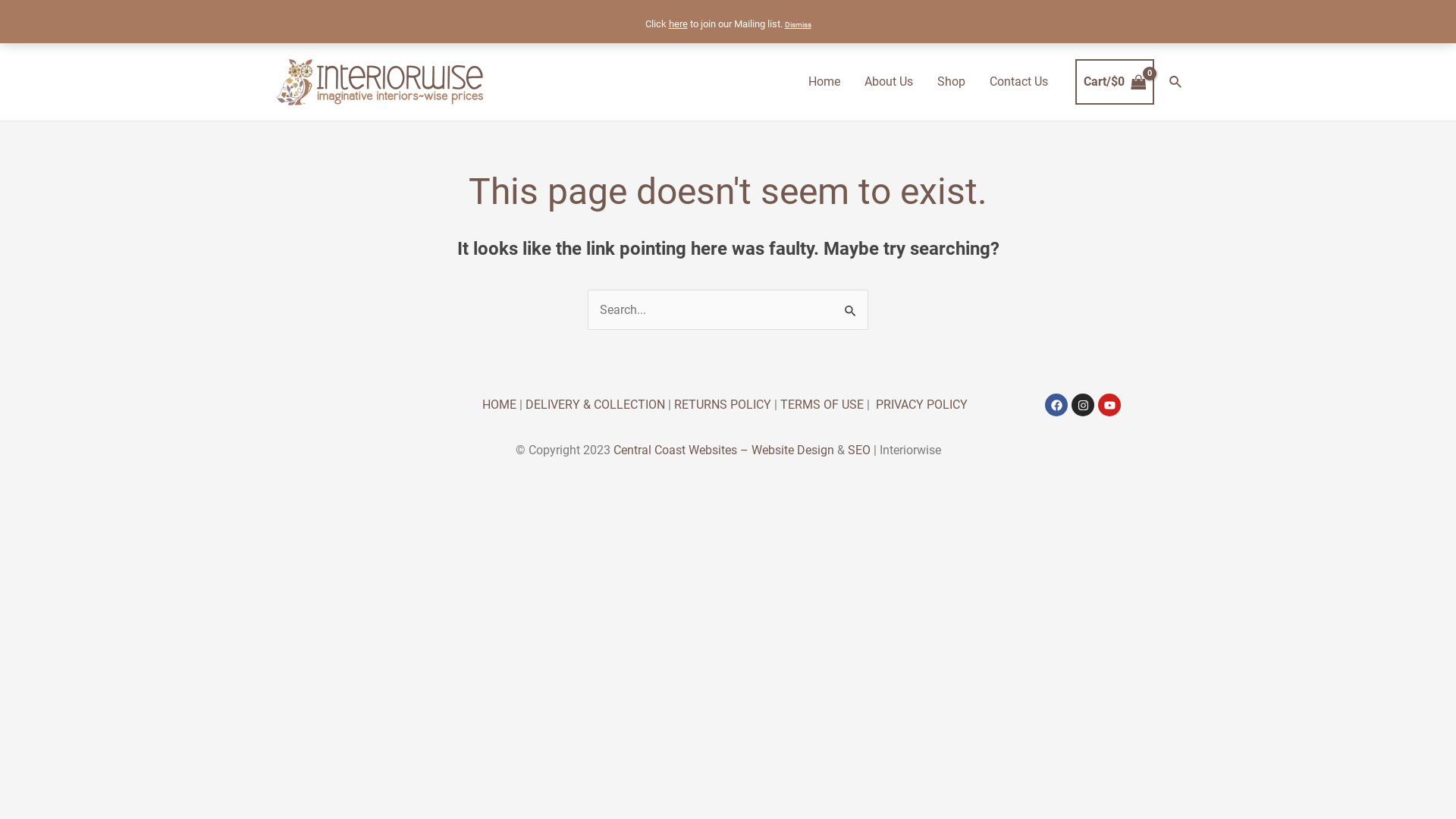  What do you see at coordinates (499, 403) in the screenshot?
I see `'HOME'` at bounding box center [499, 403].